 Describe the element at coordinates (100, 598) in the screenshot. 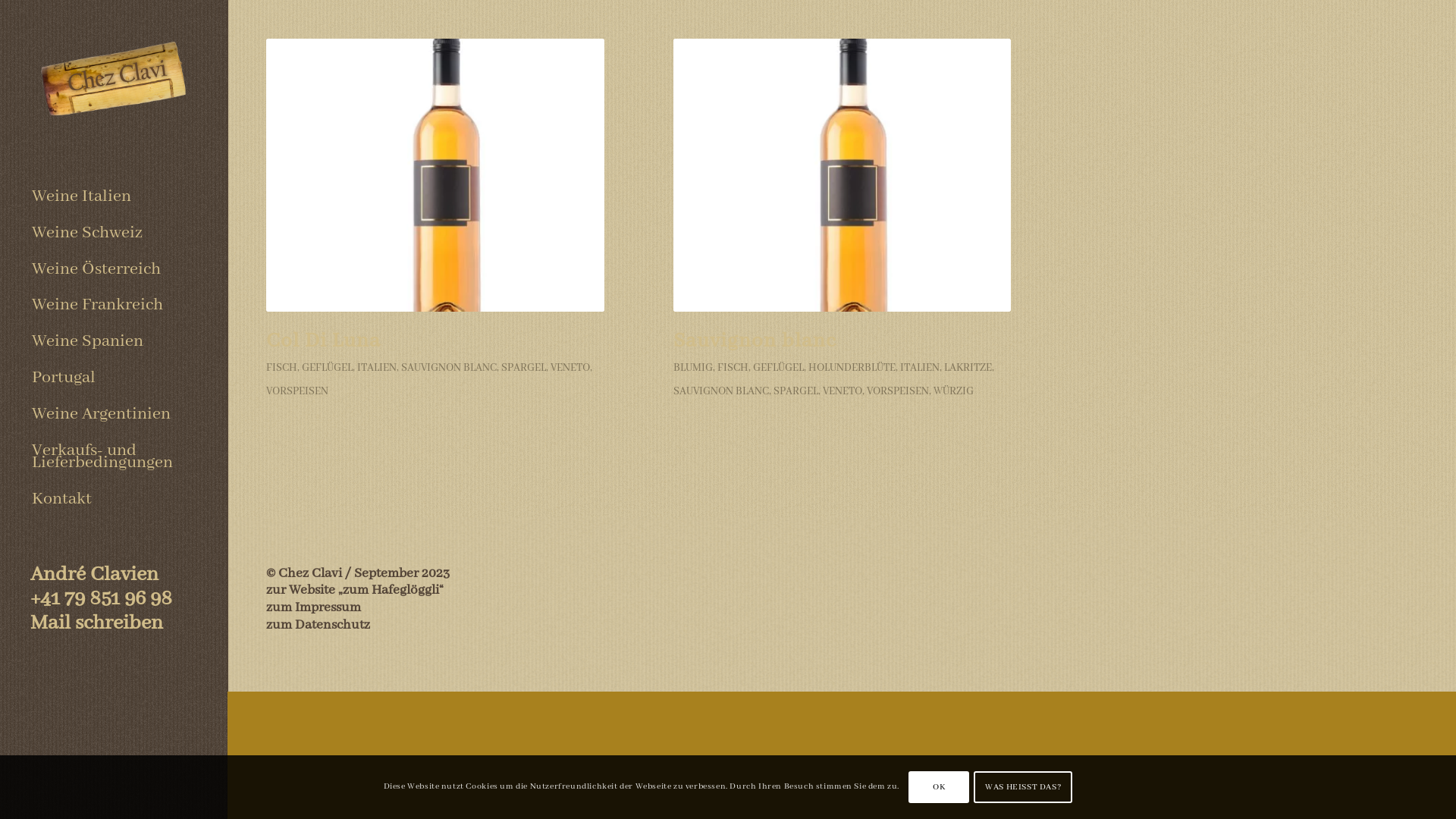

I see `'+41 79 851 96 98'` at that location.